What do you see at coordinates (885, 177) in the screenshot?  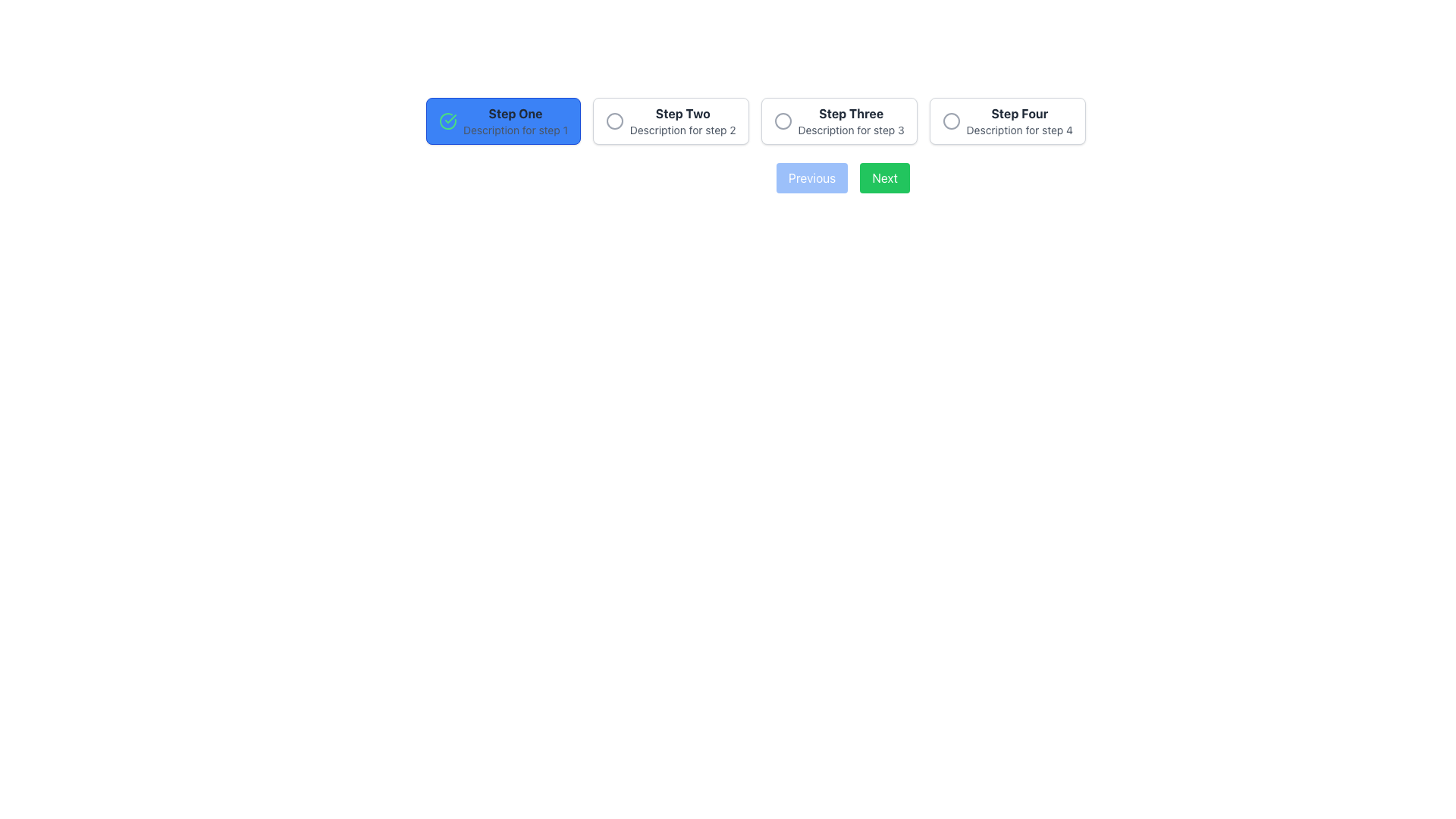 I see `the 'Next' button, which has a green background and white text, to proceed to the next step` at bounding box center [885, 177].